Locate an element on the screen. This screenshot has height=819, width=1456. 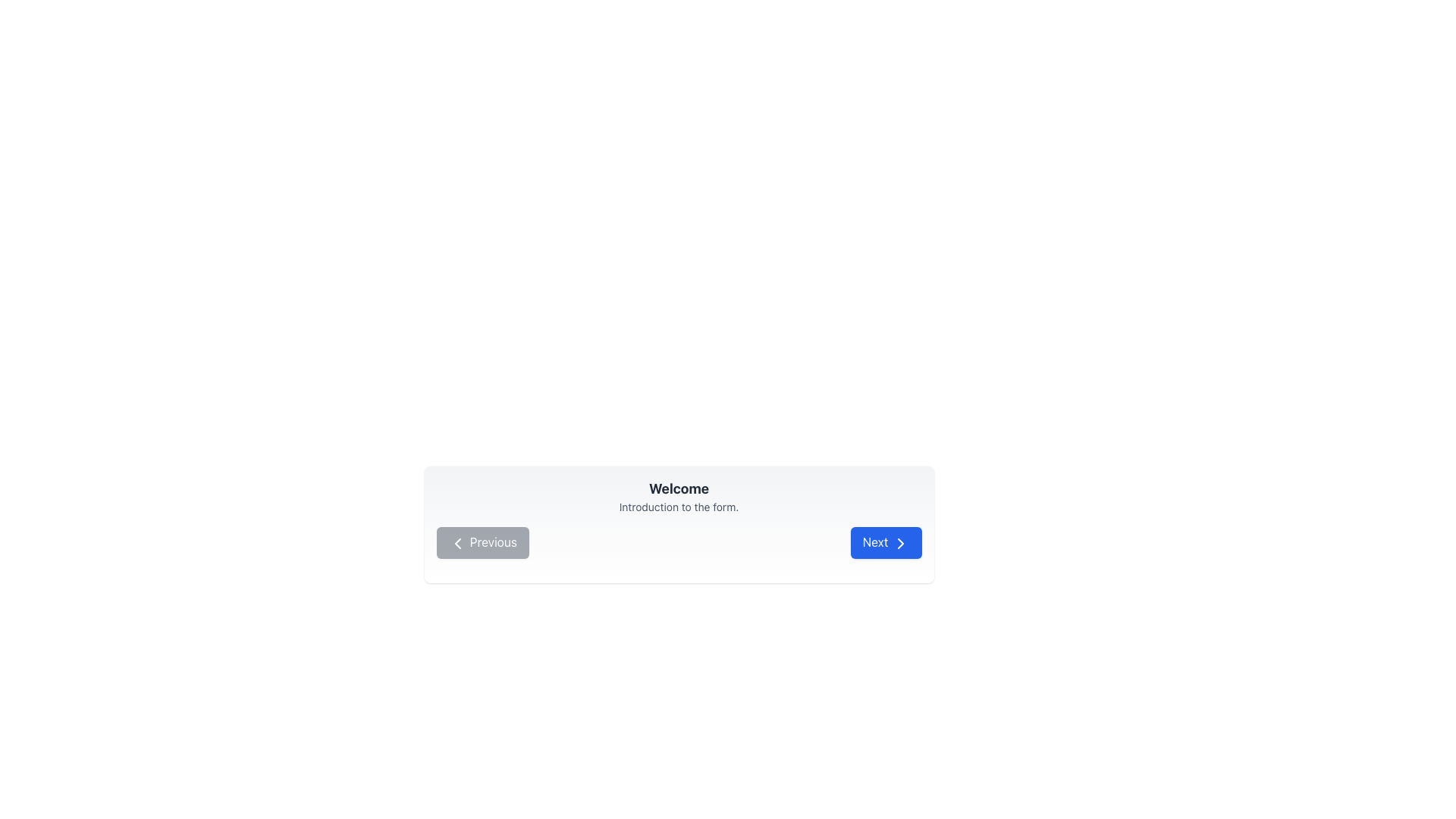
the 'Previous' button, which is a gray rectangular button with rounded corners and white text, located near the bottom center of the interface is located at coordinates (482, 541).